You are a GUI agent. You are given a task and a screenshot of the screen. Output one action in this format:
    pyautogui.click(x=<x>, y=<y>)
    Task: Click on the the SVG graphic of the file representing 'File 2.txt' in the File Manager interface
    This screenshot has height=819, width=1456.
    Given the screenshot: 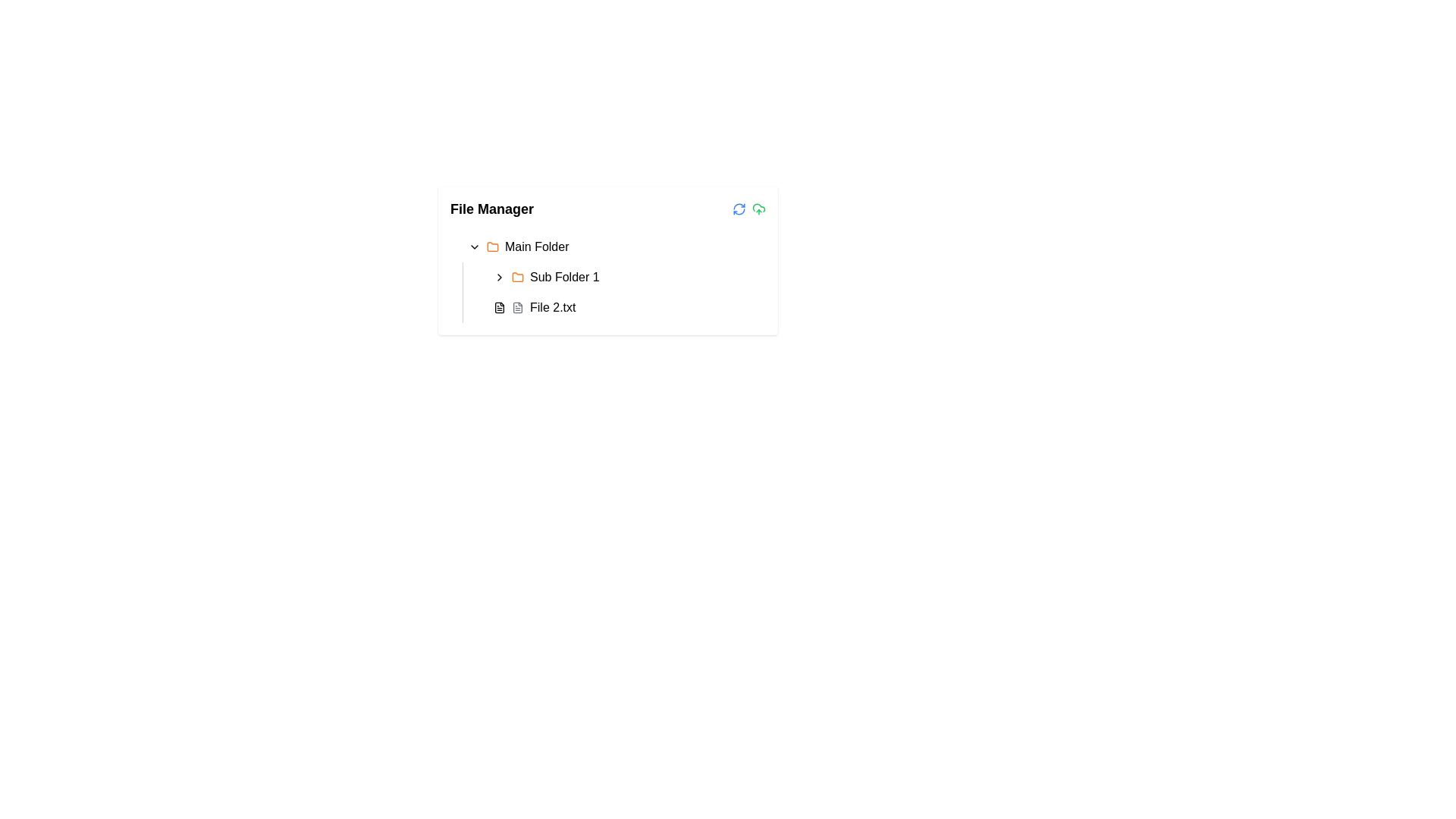 What is the action you would take?
    pyautogui.click(x=499, y=307)
    